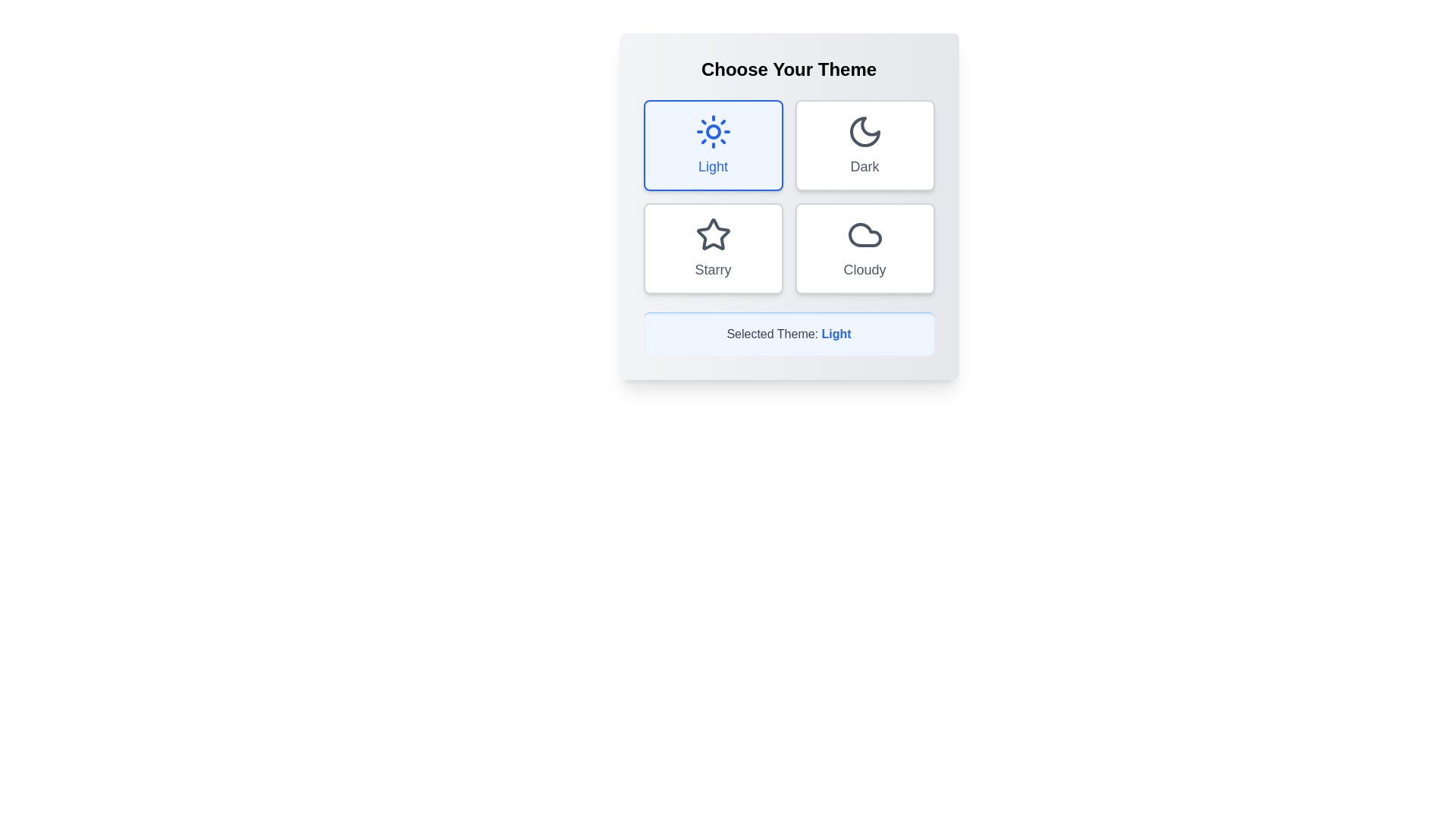 The width and height of the screenshot is (1456, 819). What do you see at coordinates (712, 247) in the screenshot?
I see `the Starry button to select the corresponding theme` at bounding box center [712, 247].